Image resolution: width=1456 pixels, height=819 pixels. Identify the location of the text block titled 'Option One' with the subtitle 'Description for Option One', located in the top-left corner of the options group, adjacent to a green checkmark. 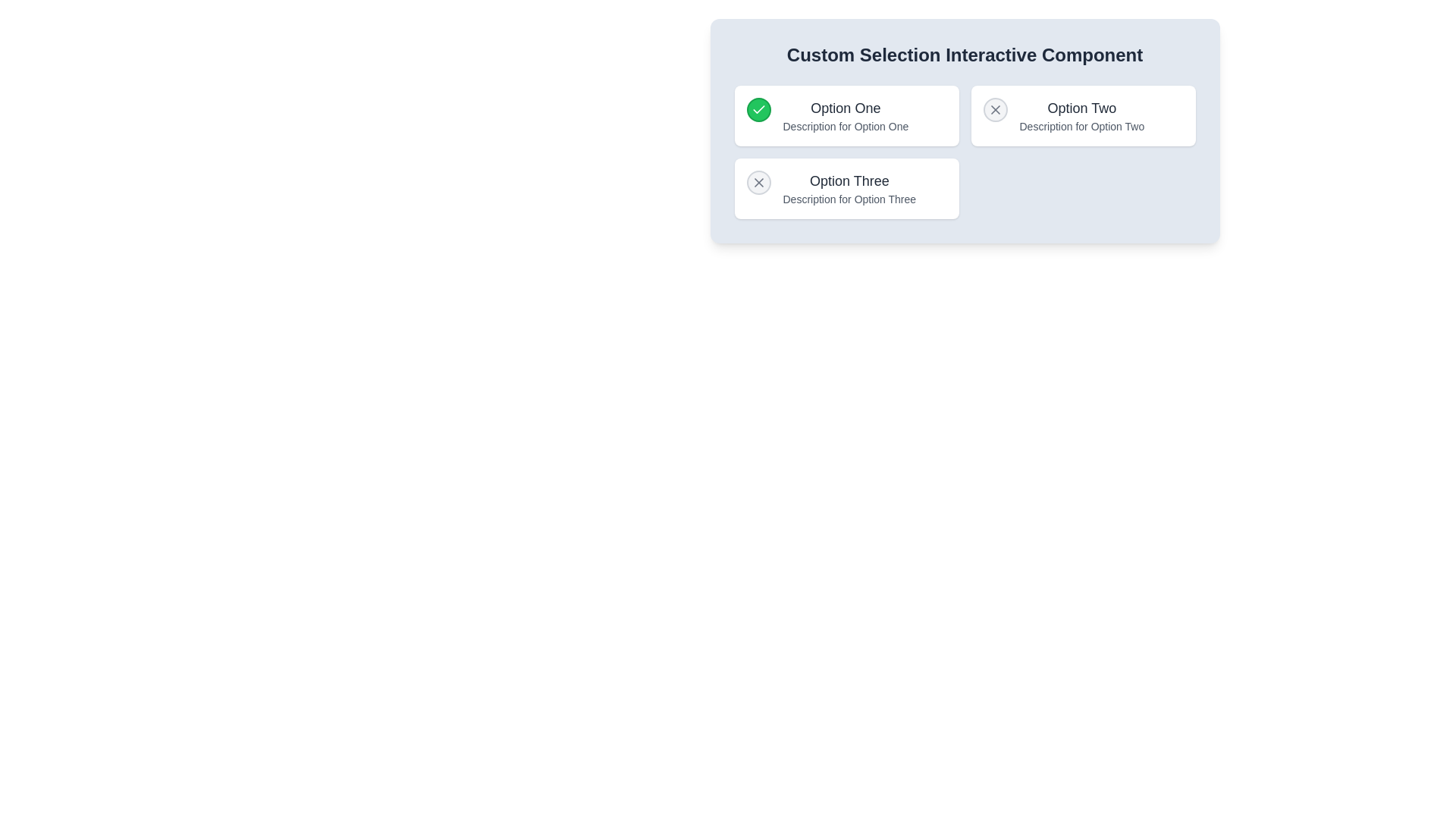
(845, 115).